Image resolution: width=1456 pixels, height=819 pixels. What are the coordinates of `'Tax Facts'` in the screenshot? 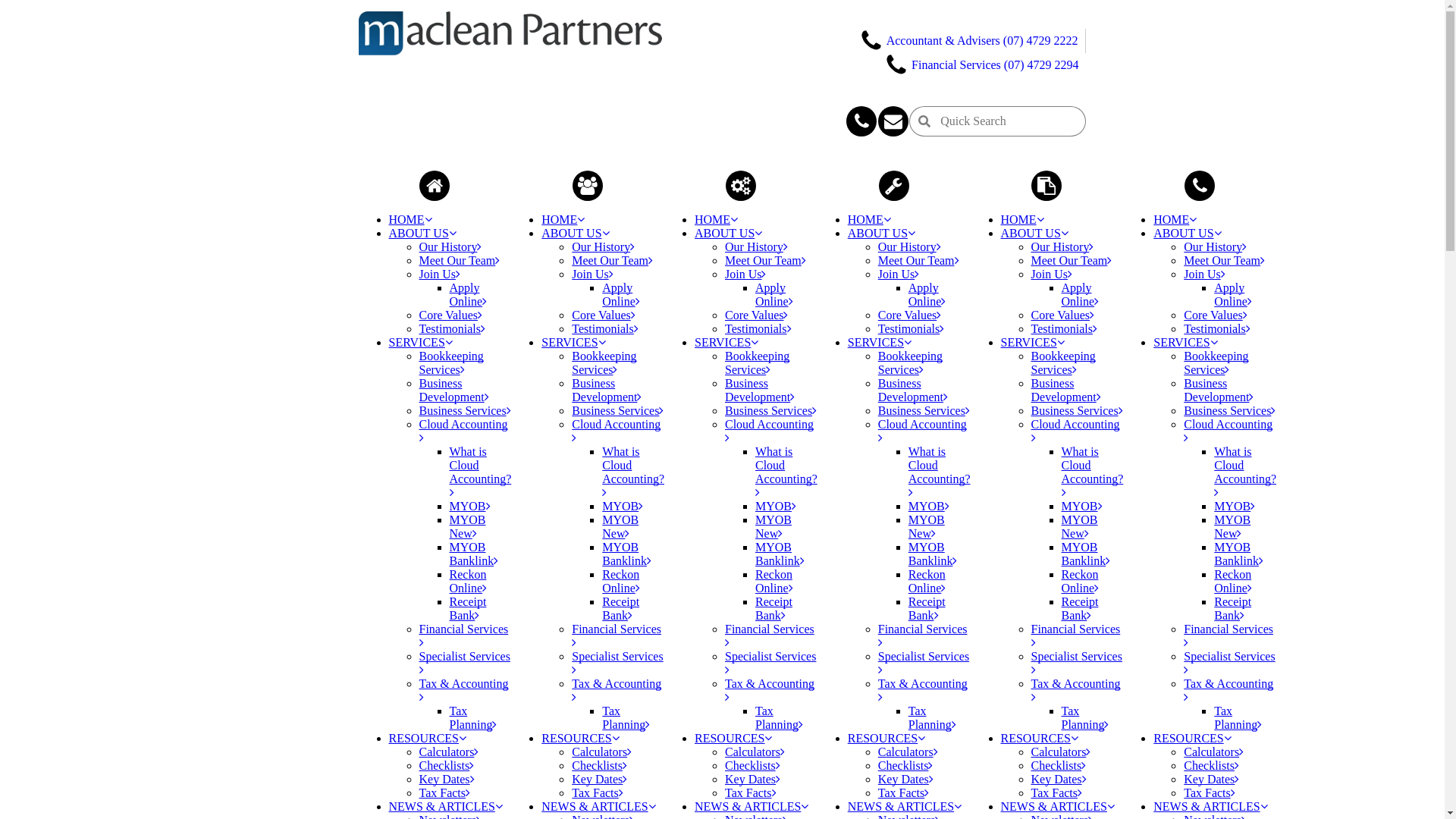 It's located at (750, 792).